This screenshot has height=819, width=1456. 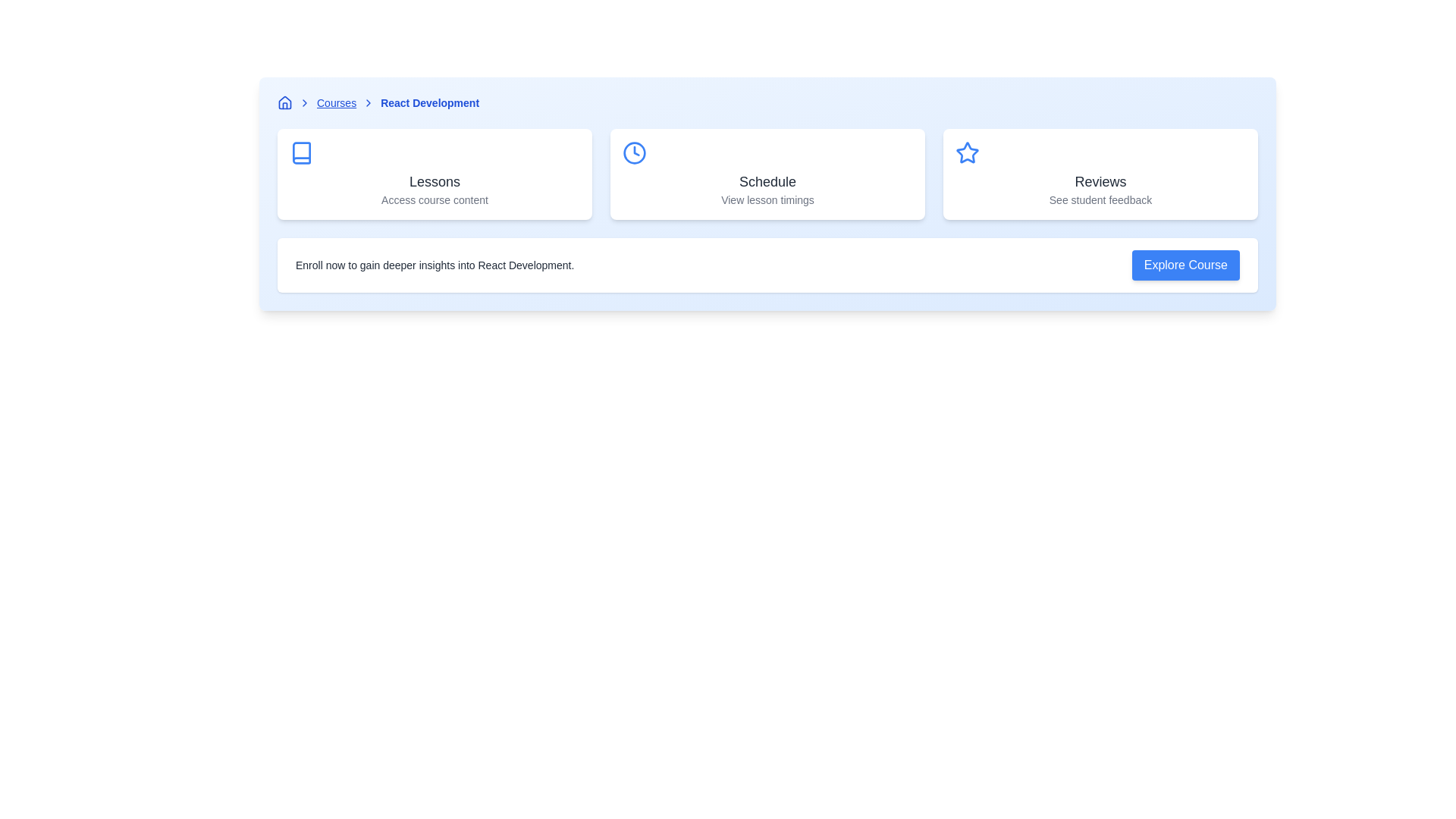 What do you see at coordinates (369, 102) in the screenshot?
I see `the chevron SVG icon pointing to the right in the breadcrumb navigation bar, located between 'Courses' and 'React Development'` at bounding box center [369, 102].